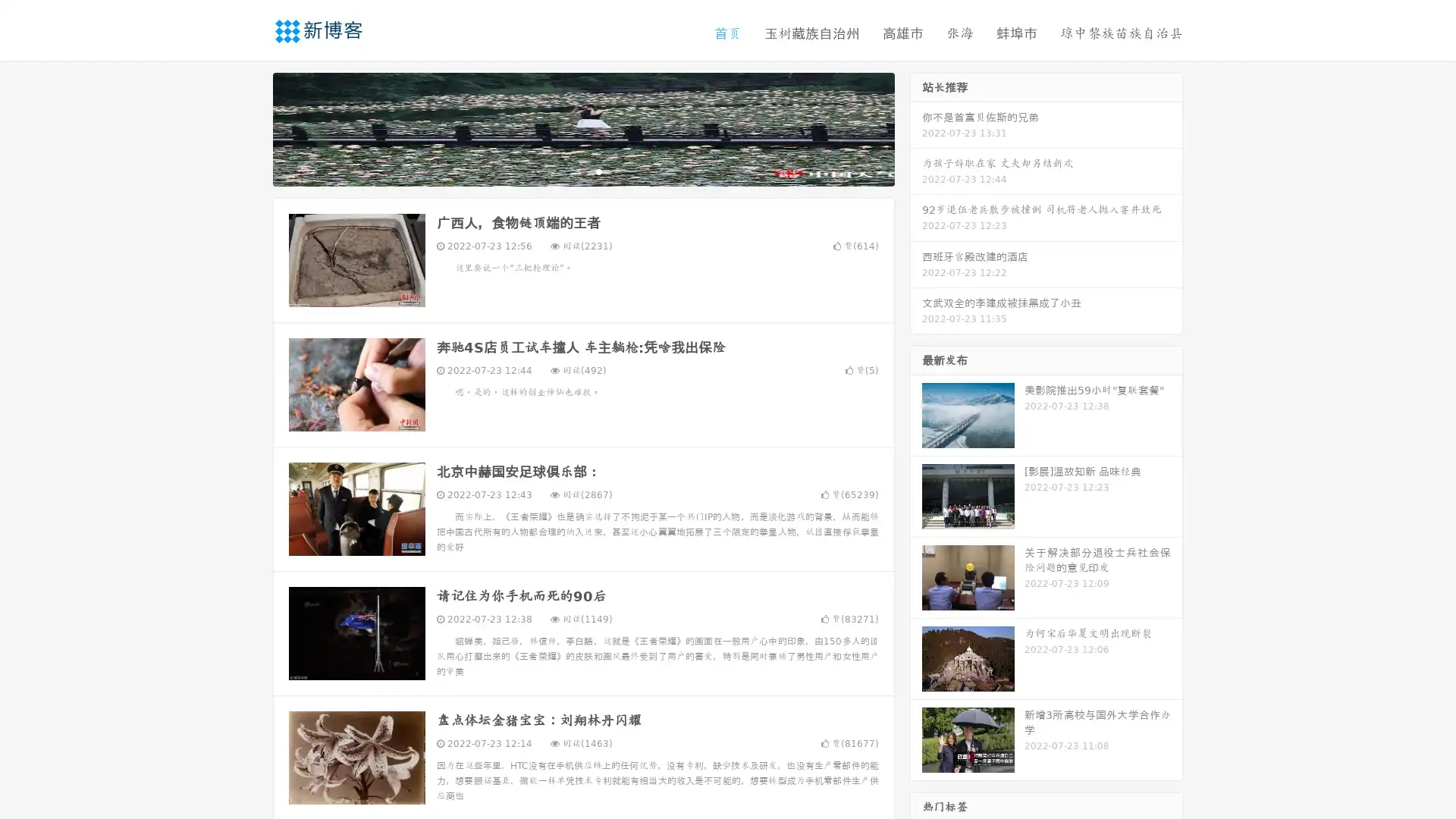  What do you see at coordinates (598, 171) in the screenshot?
I see `Go to slide 3` at bounding box center [598, 171].